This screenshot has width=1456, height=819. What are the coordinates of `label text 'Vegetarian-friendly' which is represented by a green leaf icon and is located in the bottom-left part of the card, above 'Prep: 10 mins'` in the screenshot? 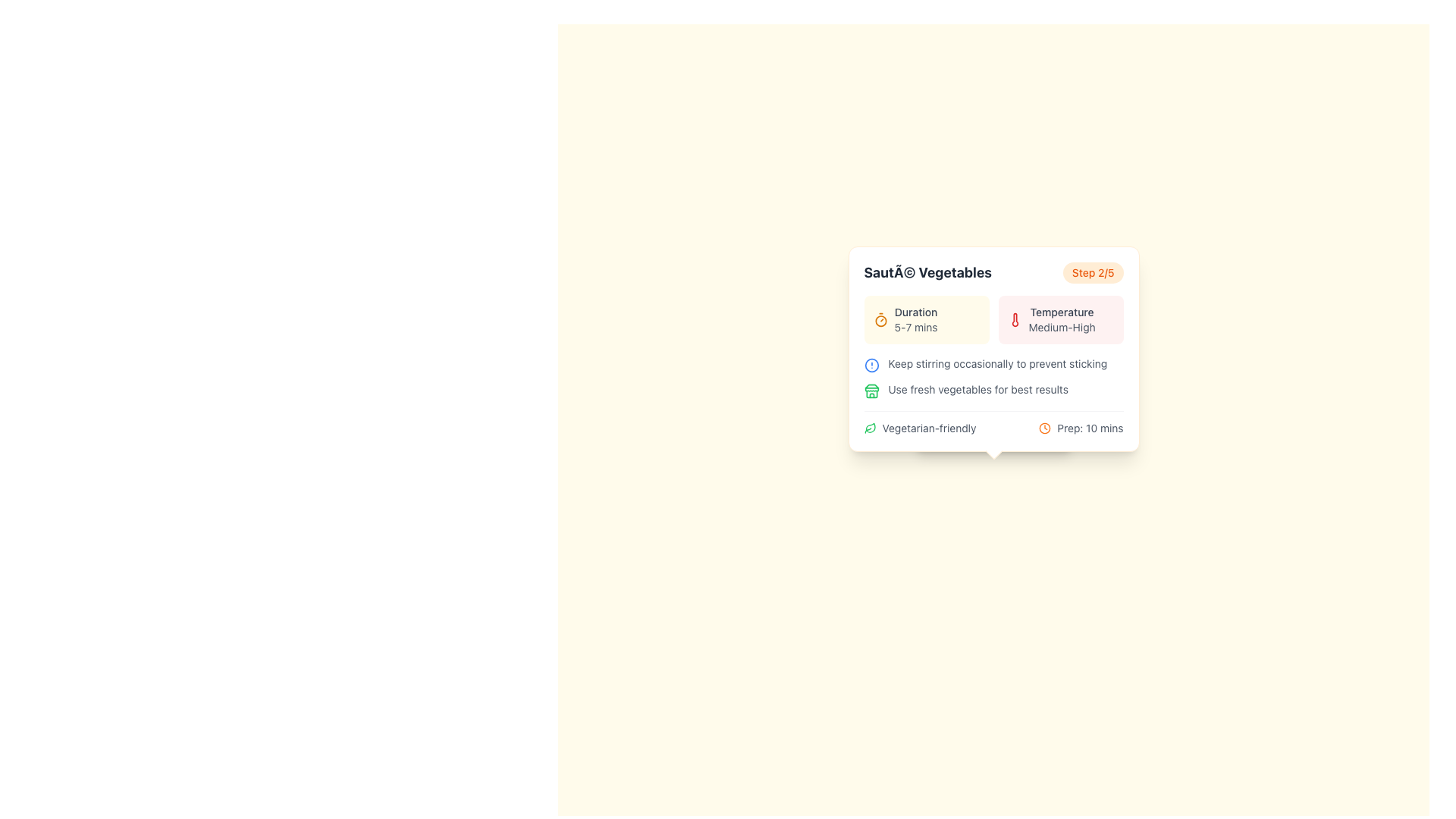 It's located at (919, 428).